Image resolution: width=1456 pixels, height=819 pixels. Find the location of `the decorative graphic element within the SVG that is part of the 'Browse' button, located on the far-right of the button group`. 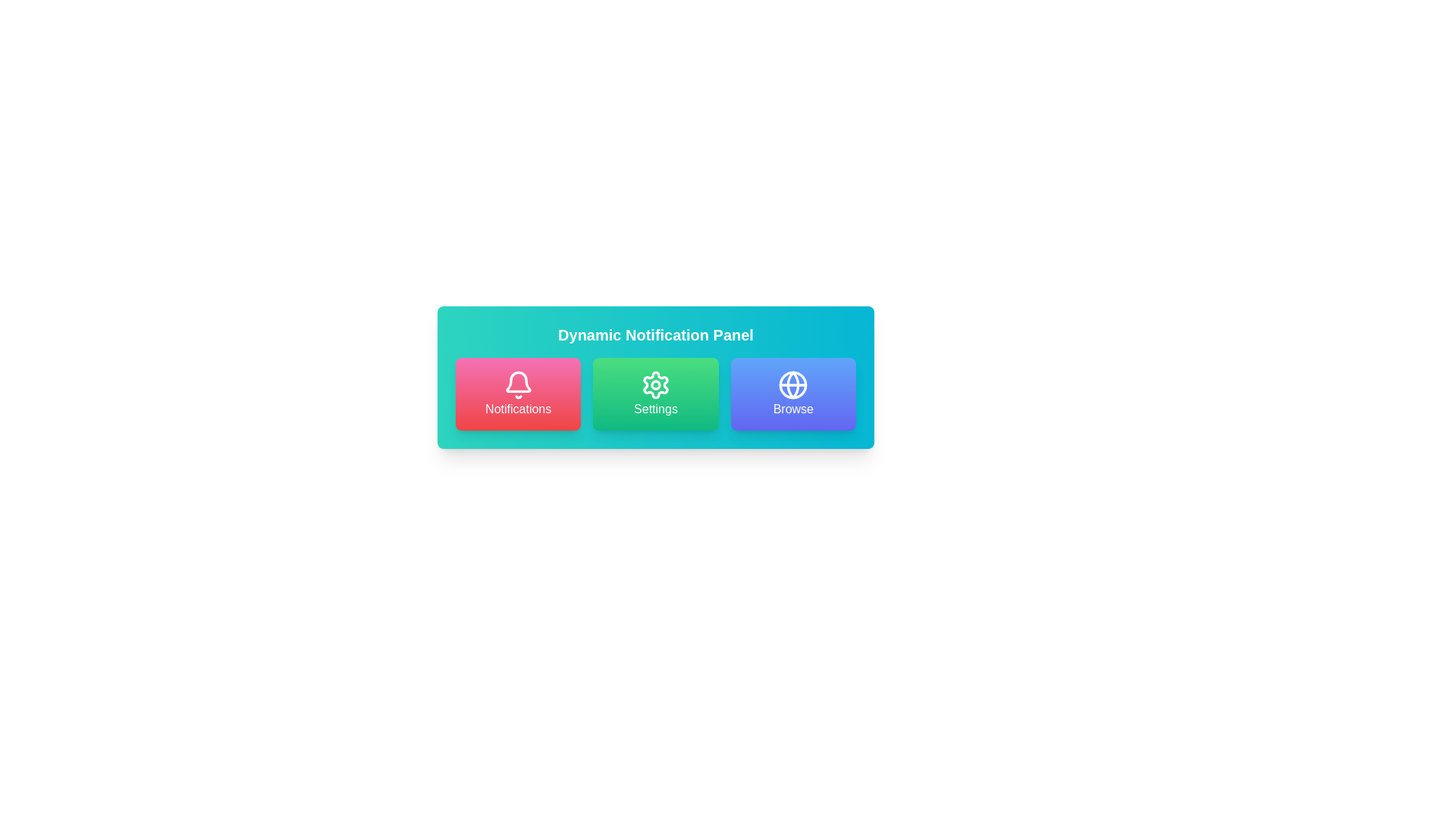

the decorative graphic element within the SVG that is part of the 'Browse' button, located on the far-right of the button group is located at coordinates (792, 384).